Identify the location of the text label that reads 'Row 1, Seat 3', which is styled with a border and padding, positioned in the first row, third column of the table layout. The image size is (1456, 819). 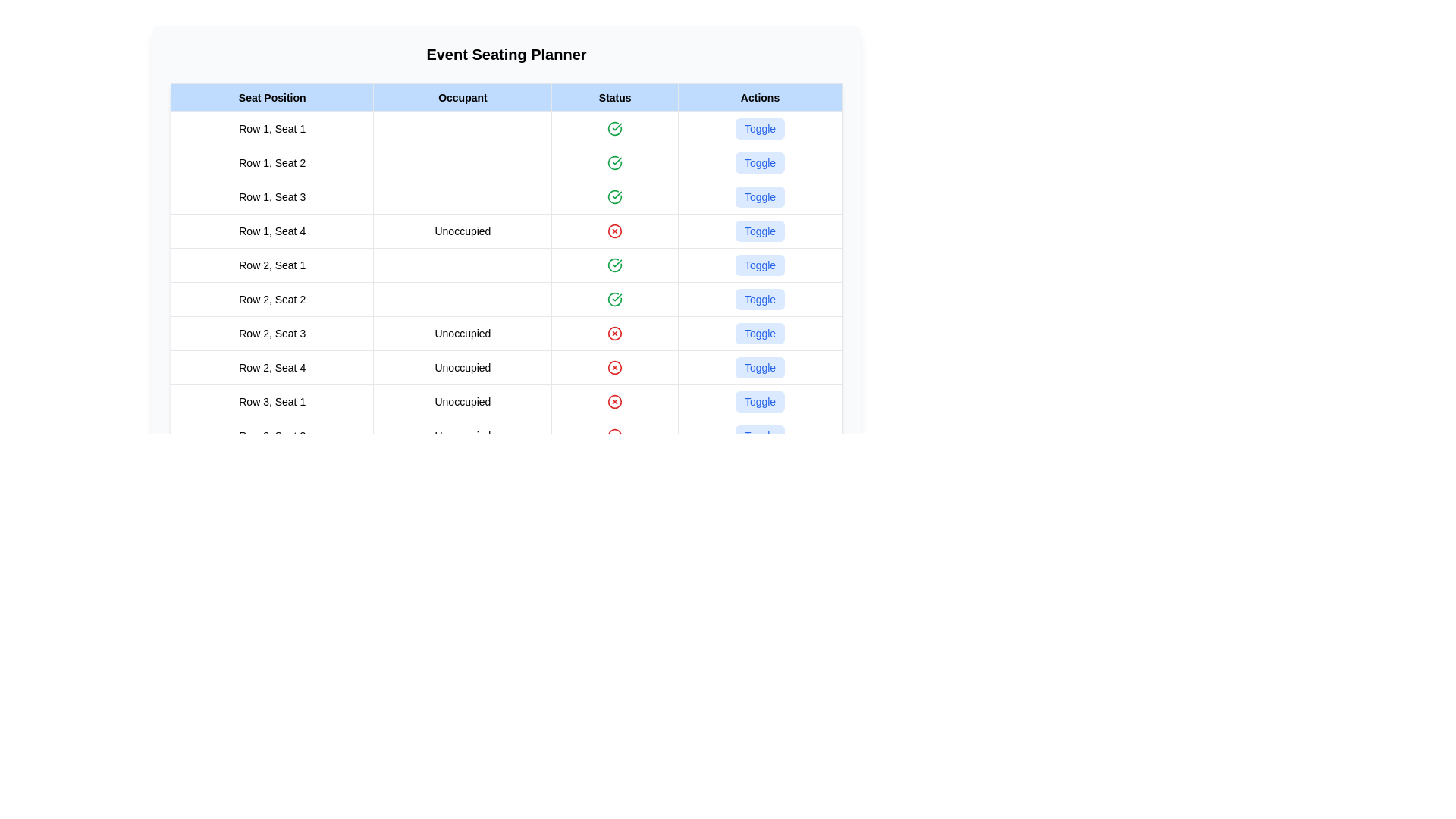
(272, 196).